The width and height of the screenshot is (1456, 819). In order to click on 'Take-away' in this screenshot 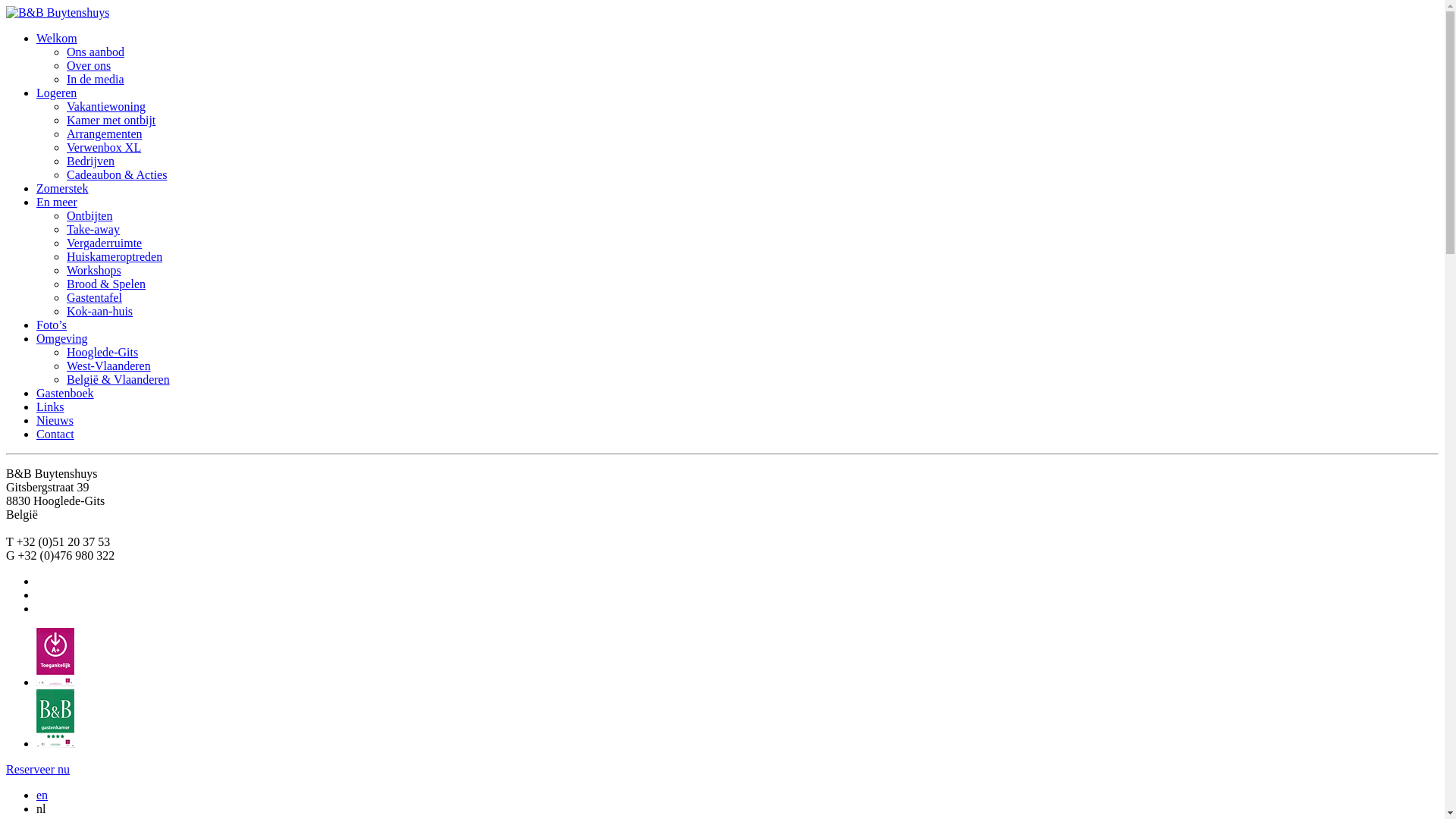, I will do `click(93, 229)`.